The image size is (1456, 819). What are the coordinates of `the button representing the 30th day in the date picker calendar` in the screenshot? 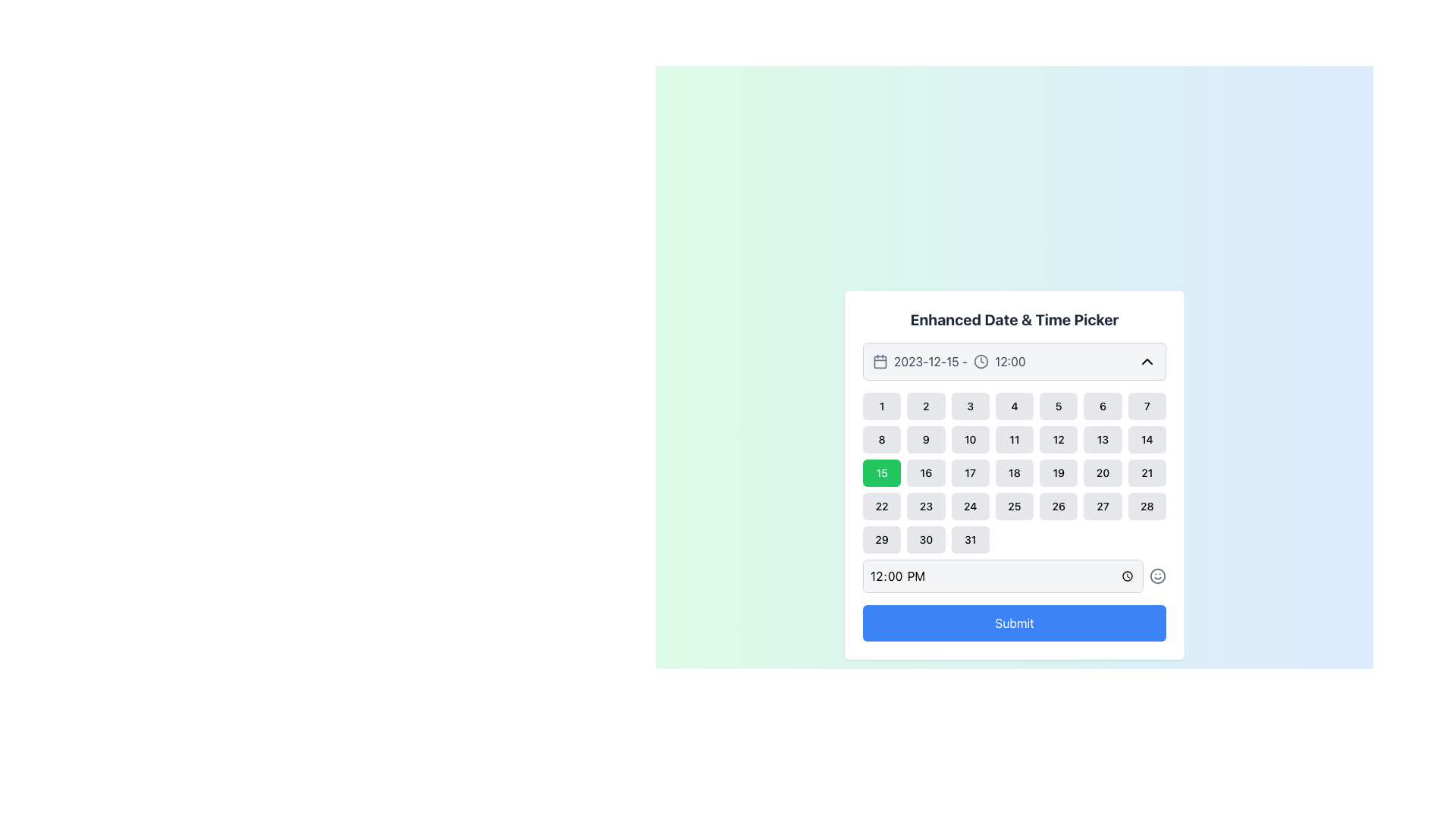 It's located at (925, 539).